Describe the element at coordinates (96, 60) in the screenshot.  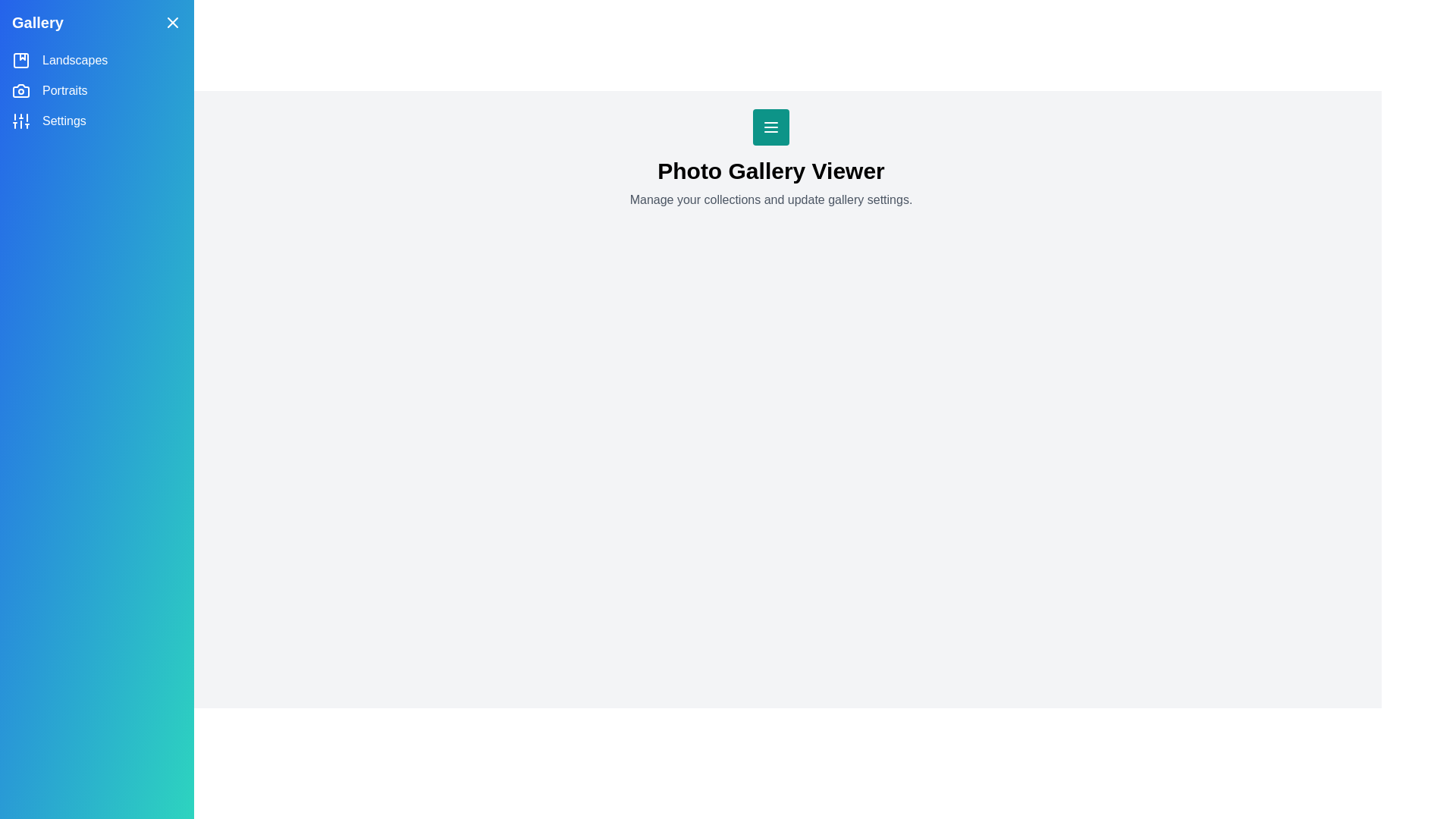
I see `the category Landscapes from the side drawer menu` at that location.